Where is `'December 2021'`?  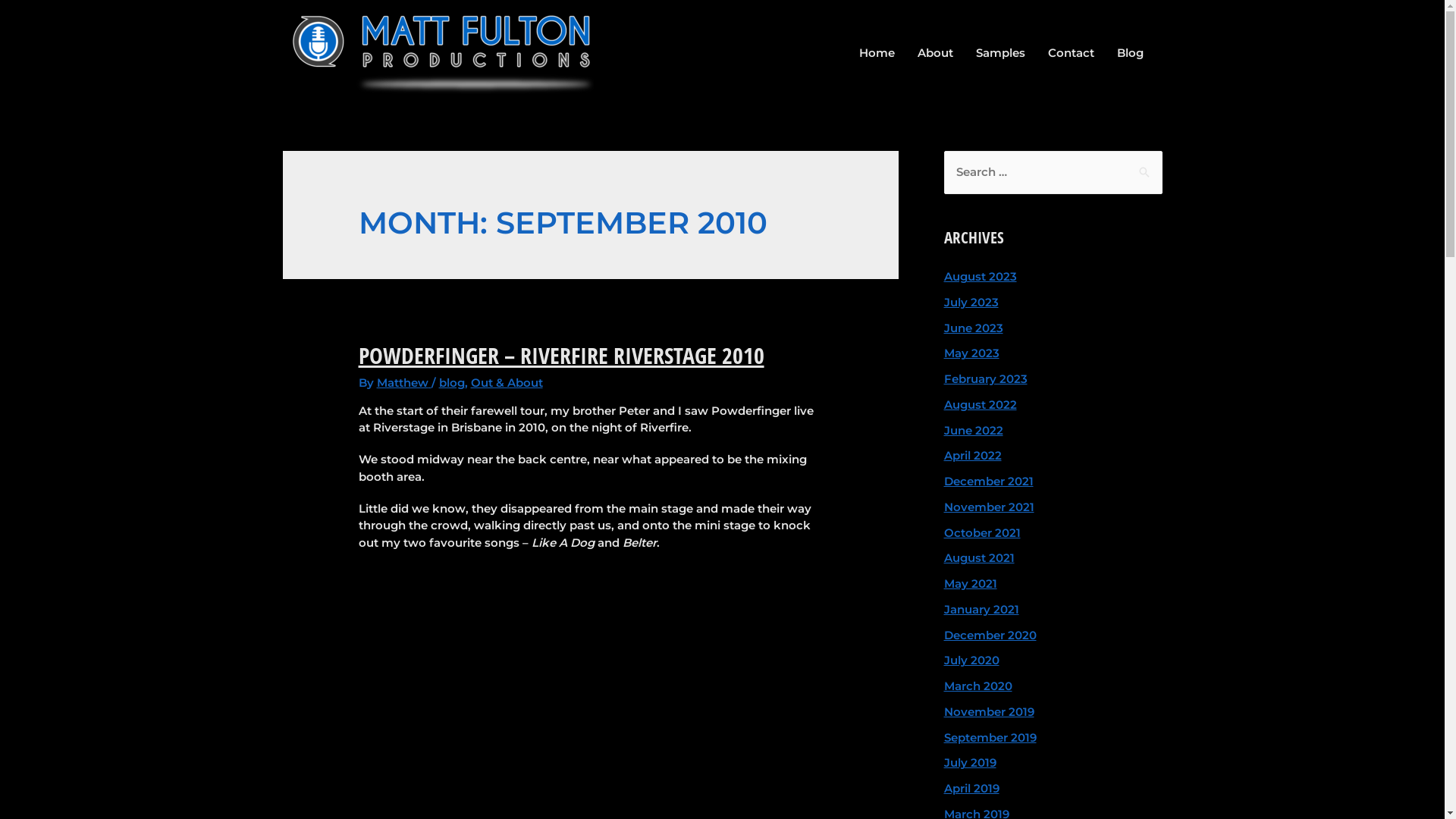 'December 2021' is located at coordinates (987, 481).